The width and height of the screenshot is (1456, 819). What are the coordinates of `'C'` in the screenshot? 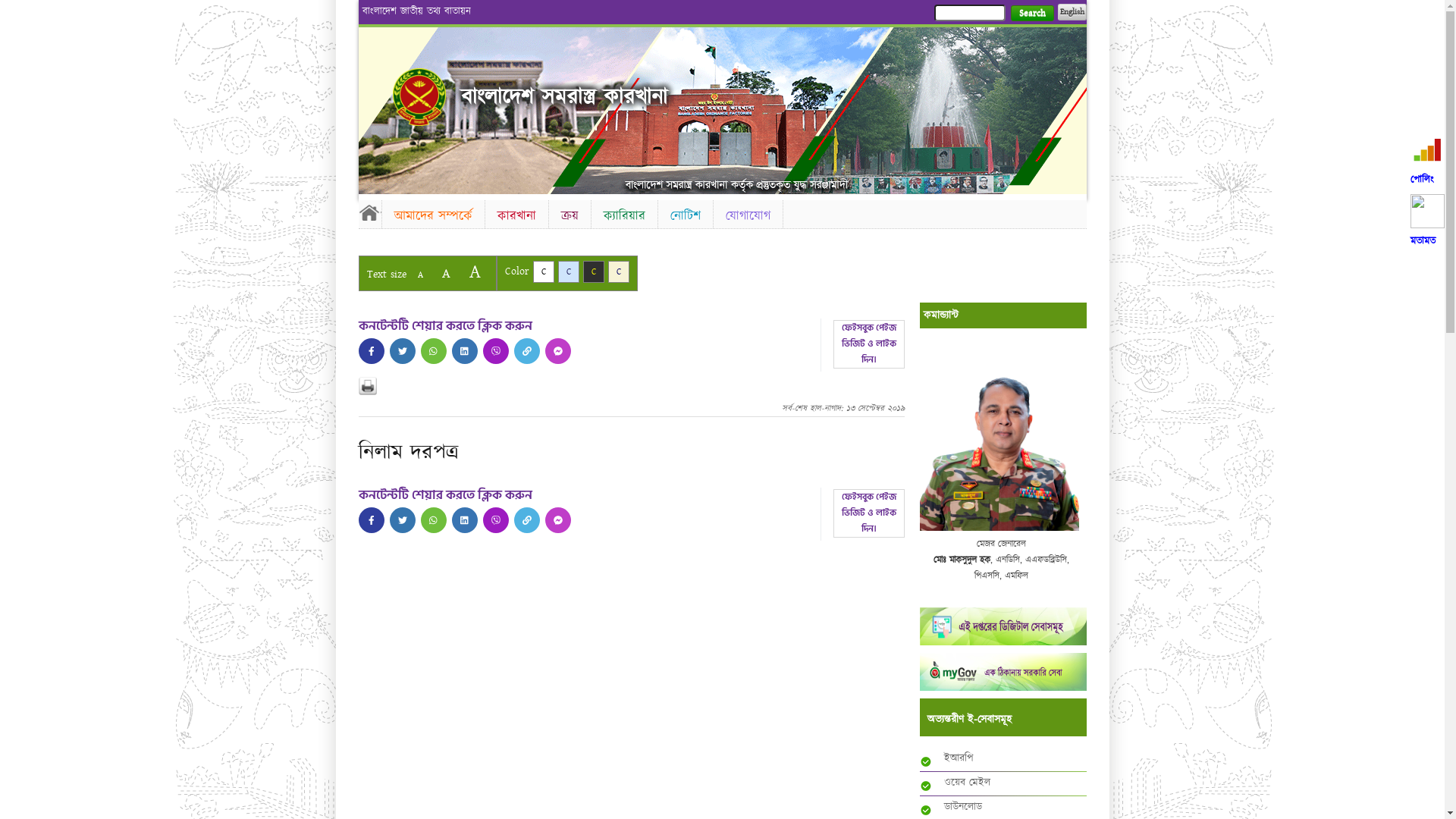 It's located at (532, 271).